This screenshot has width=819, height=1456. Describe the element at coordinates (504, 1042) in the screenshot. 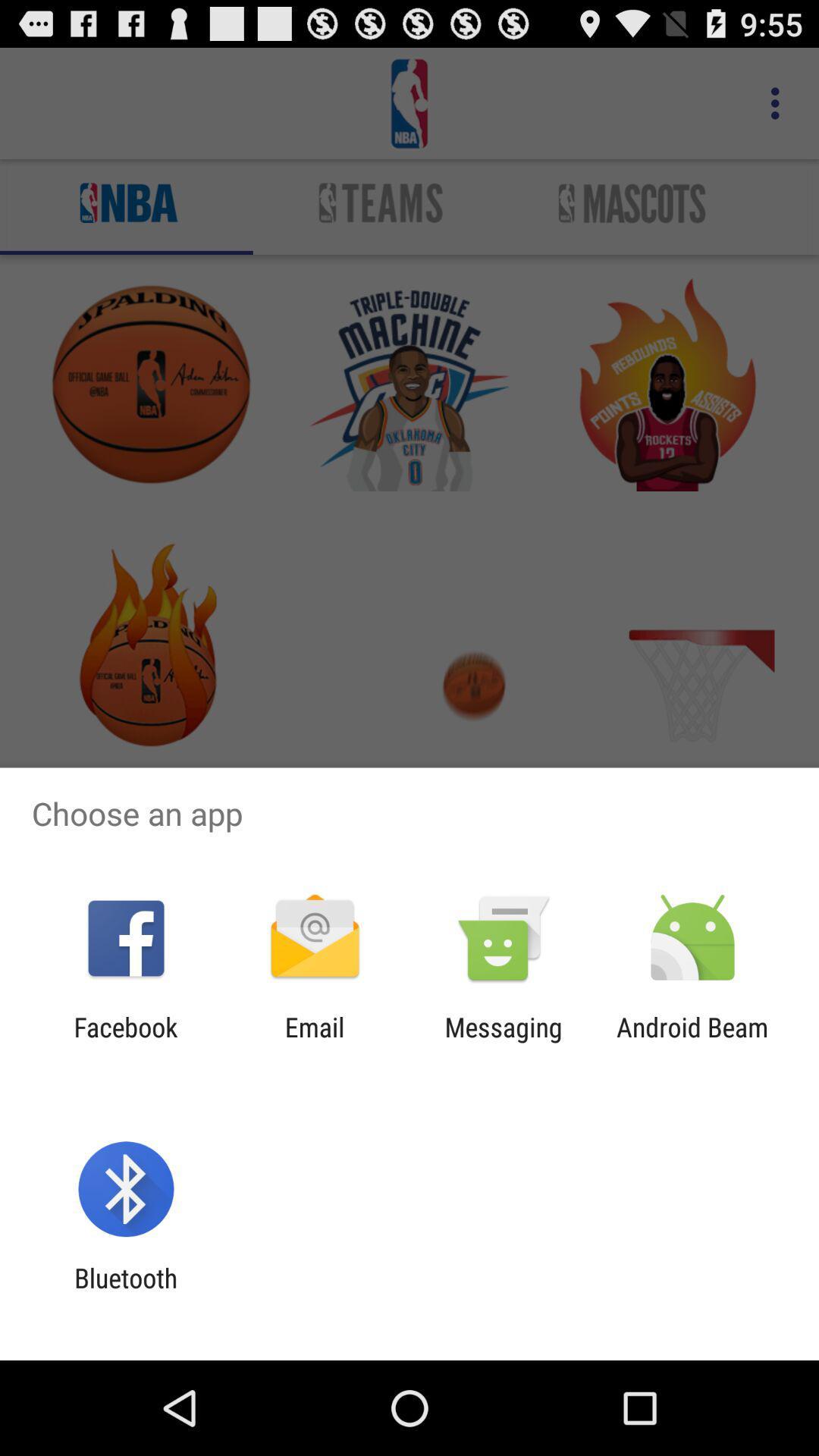

I see `the item to the right of email app` at that location.